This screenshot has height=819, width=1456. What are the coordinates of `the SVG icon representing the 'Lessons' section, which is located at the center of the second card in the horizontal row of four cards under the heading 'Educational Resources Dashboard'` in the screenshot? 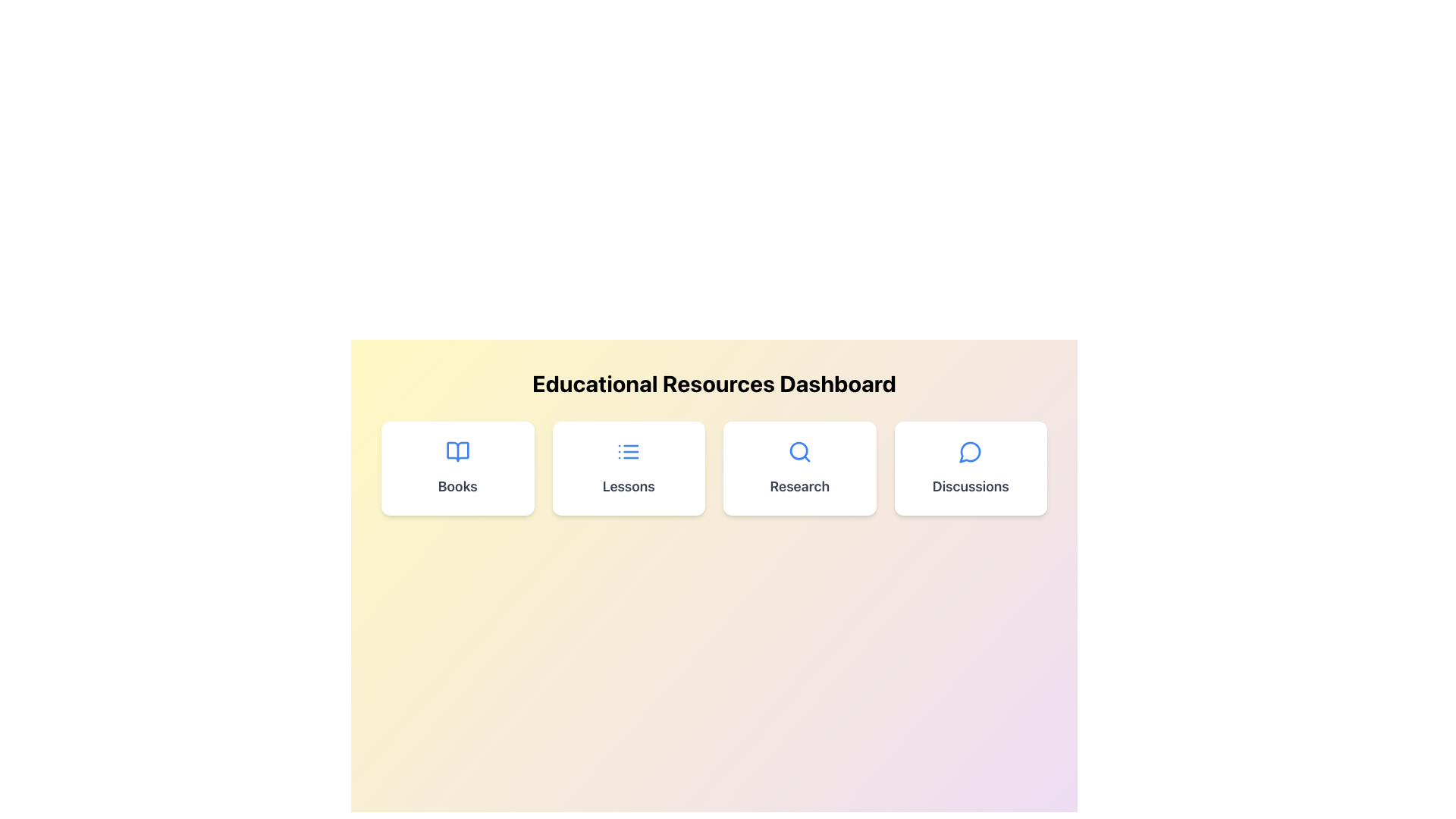 It's located at (629, 451).